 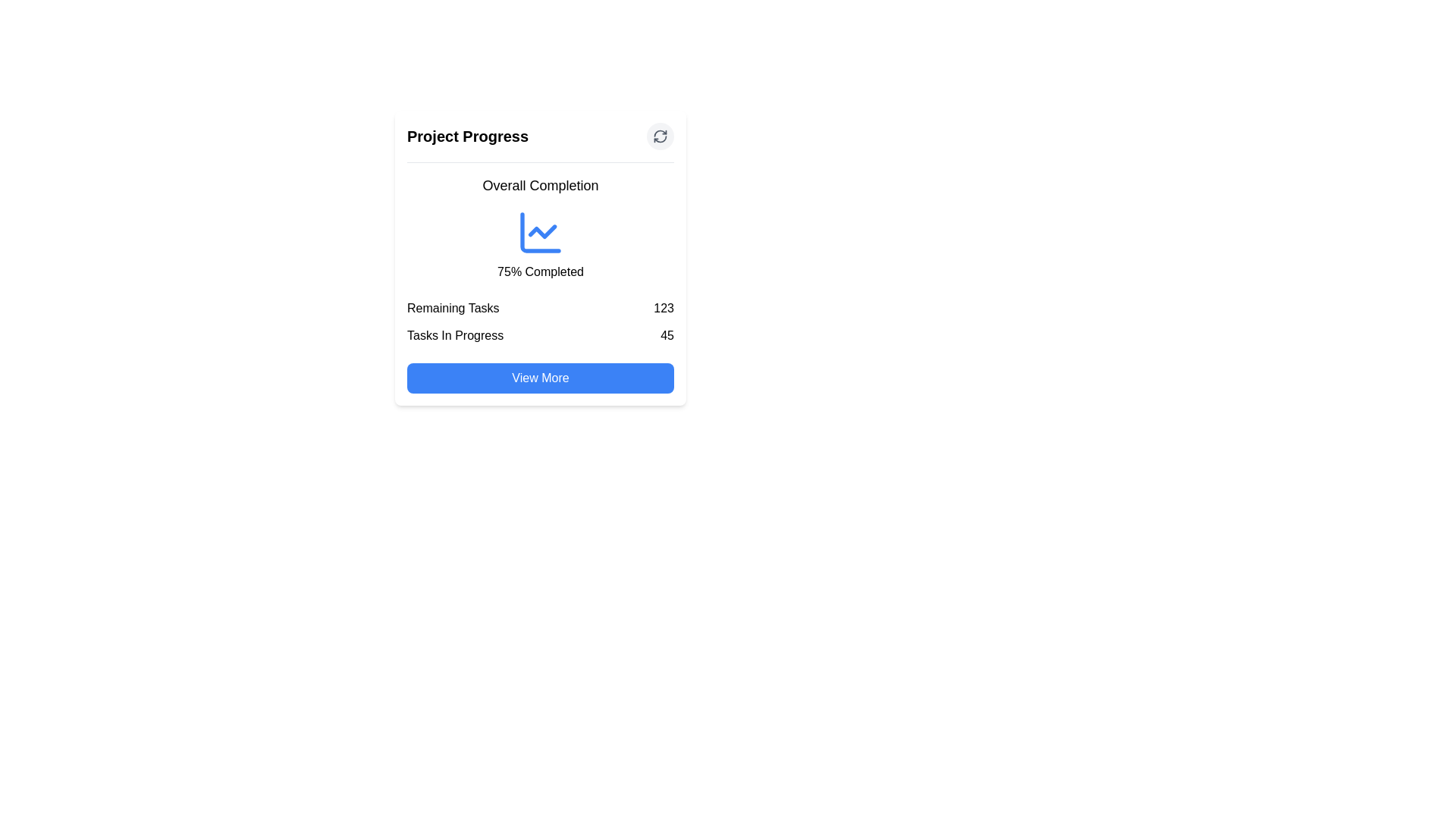 What do you see at coordinates (541, 271) in the screenshot?
I see `the progress completion percentage Text Label located beneath the chart icon in the 'Overall Completion' section` at bounding box center [541, 271].